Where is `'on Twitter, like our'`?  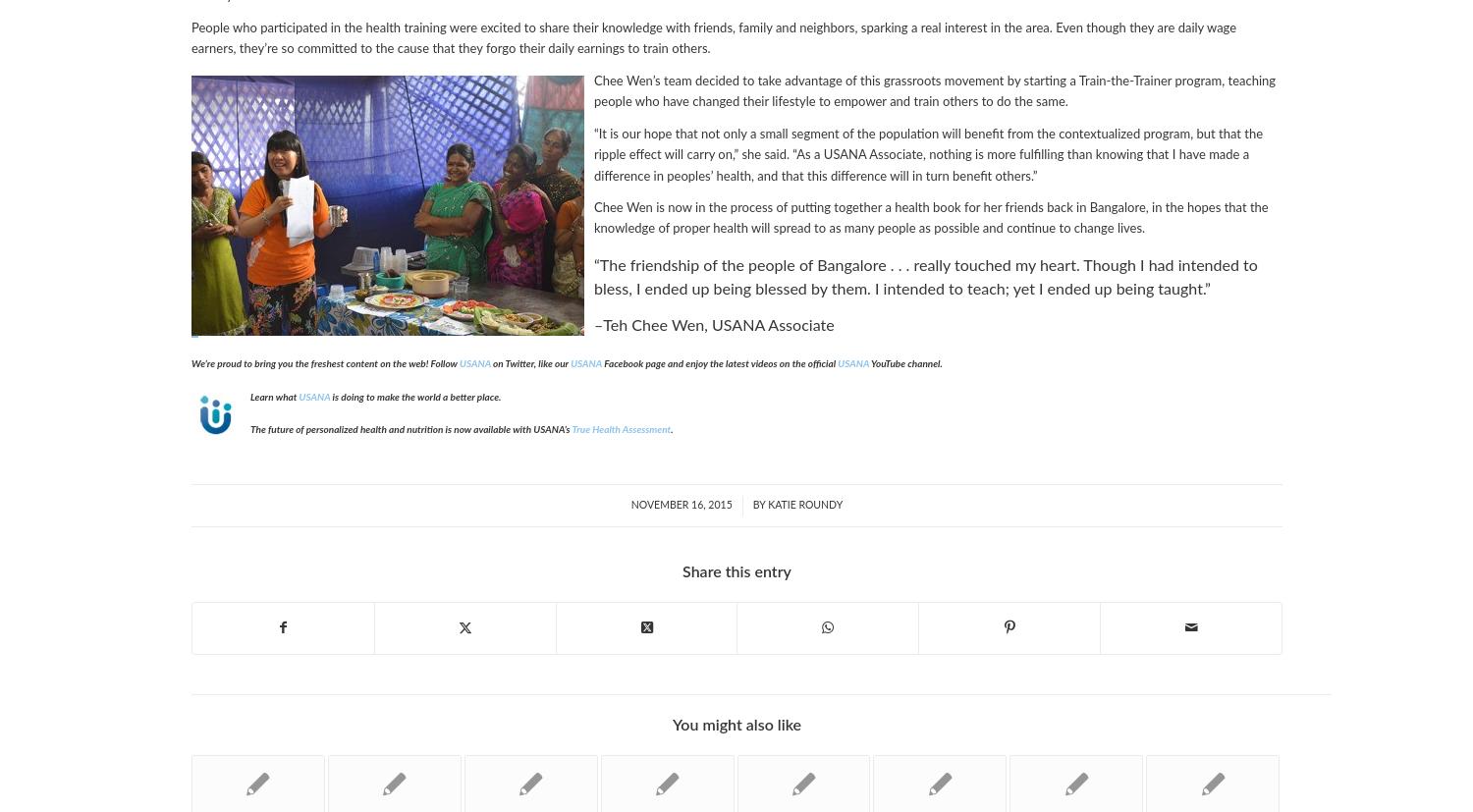
'on Twitter, like our' is located at coordinates (489, 362).